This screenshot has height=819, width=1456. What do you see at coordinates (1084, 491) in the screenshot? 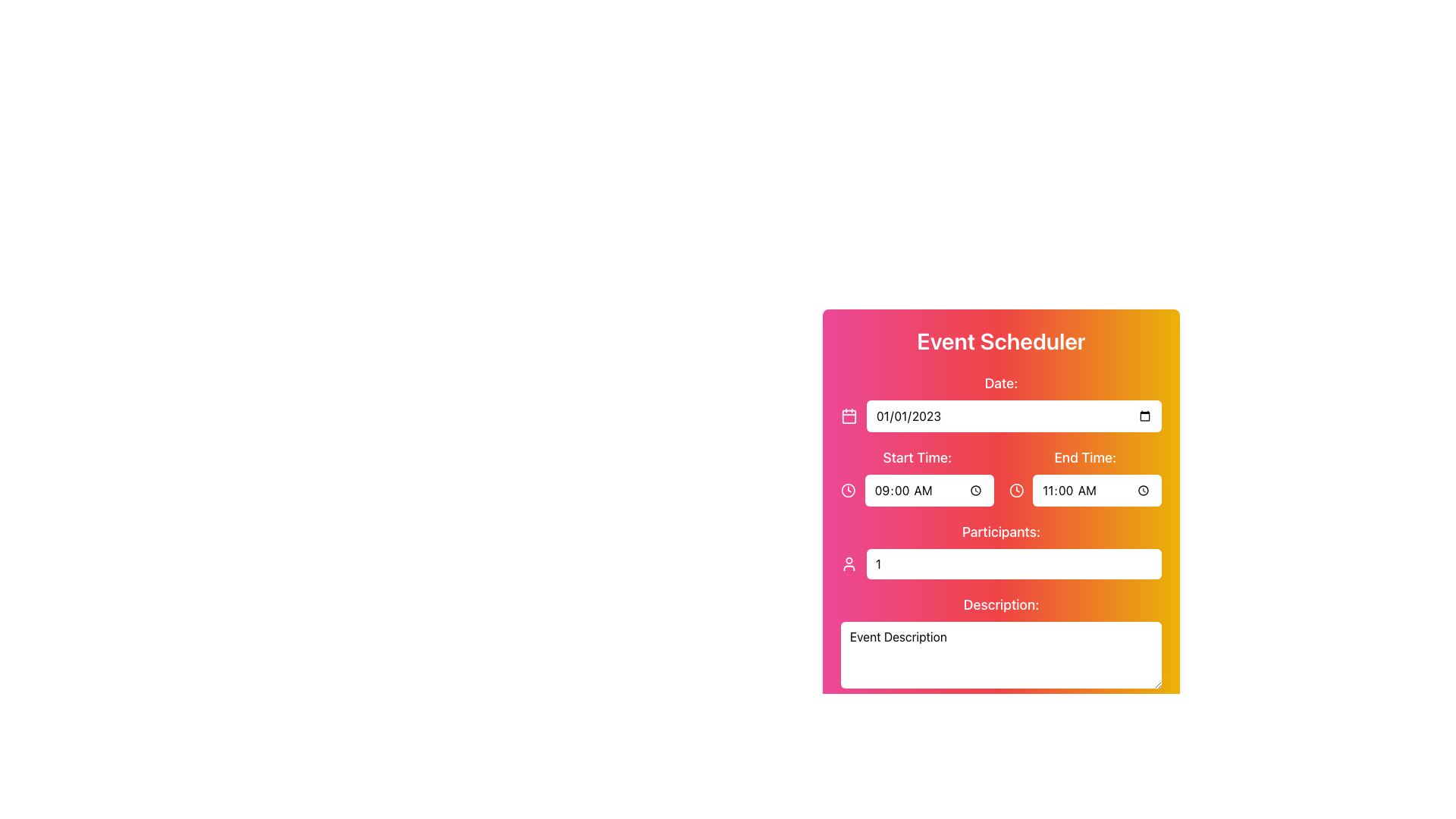
I see `to select the time in the Time Input Field under the label 'End Time:' in the 'Event Scheduler' form` at bounding box center [1084, 491].